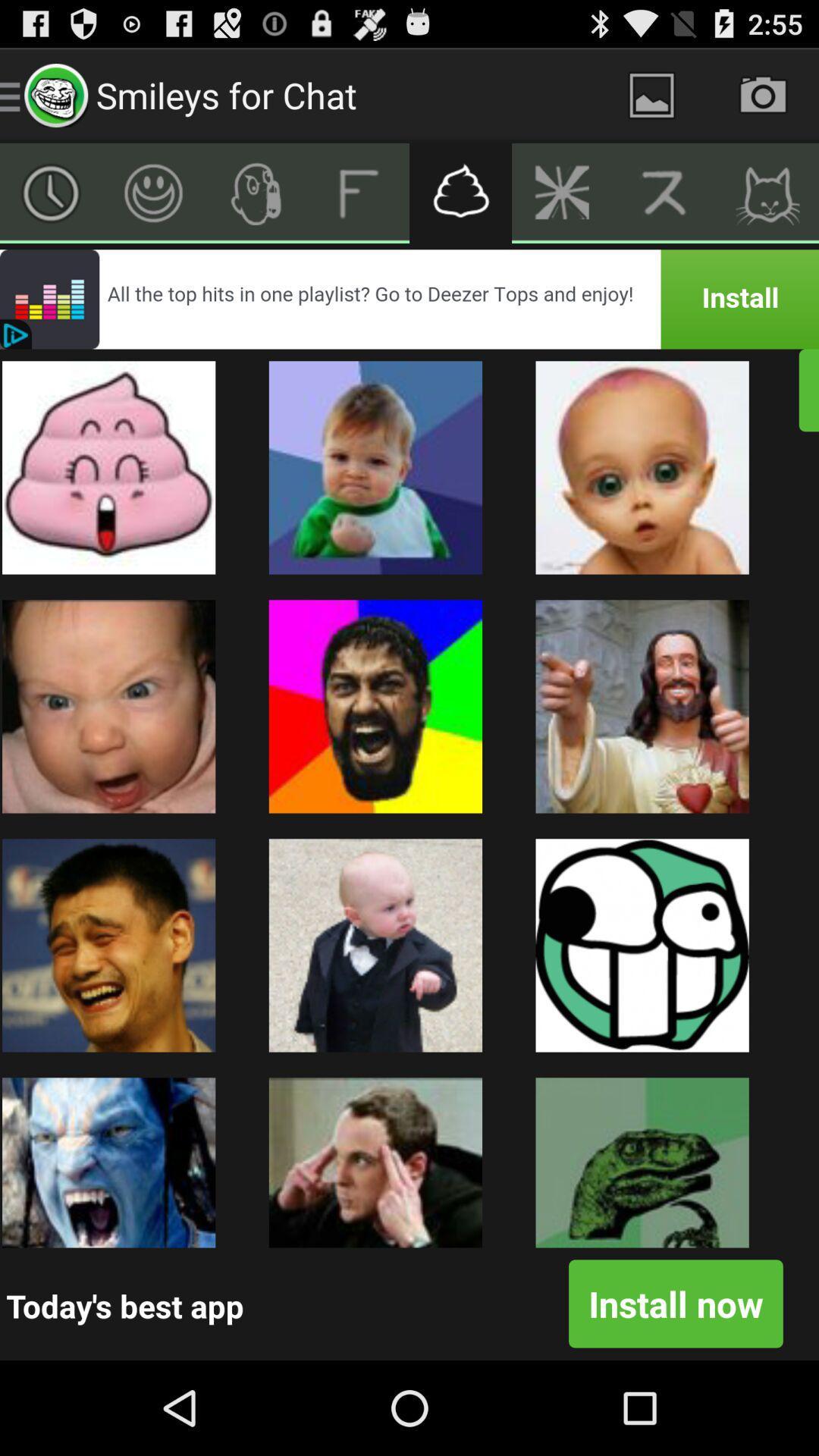 This screenshot has height=1456, width=819. I want to click on to show the timer or timing, so click(50, 192).